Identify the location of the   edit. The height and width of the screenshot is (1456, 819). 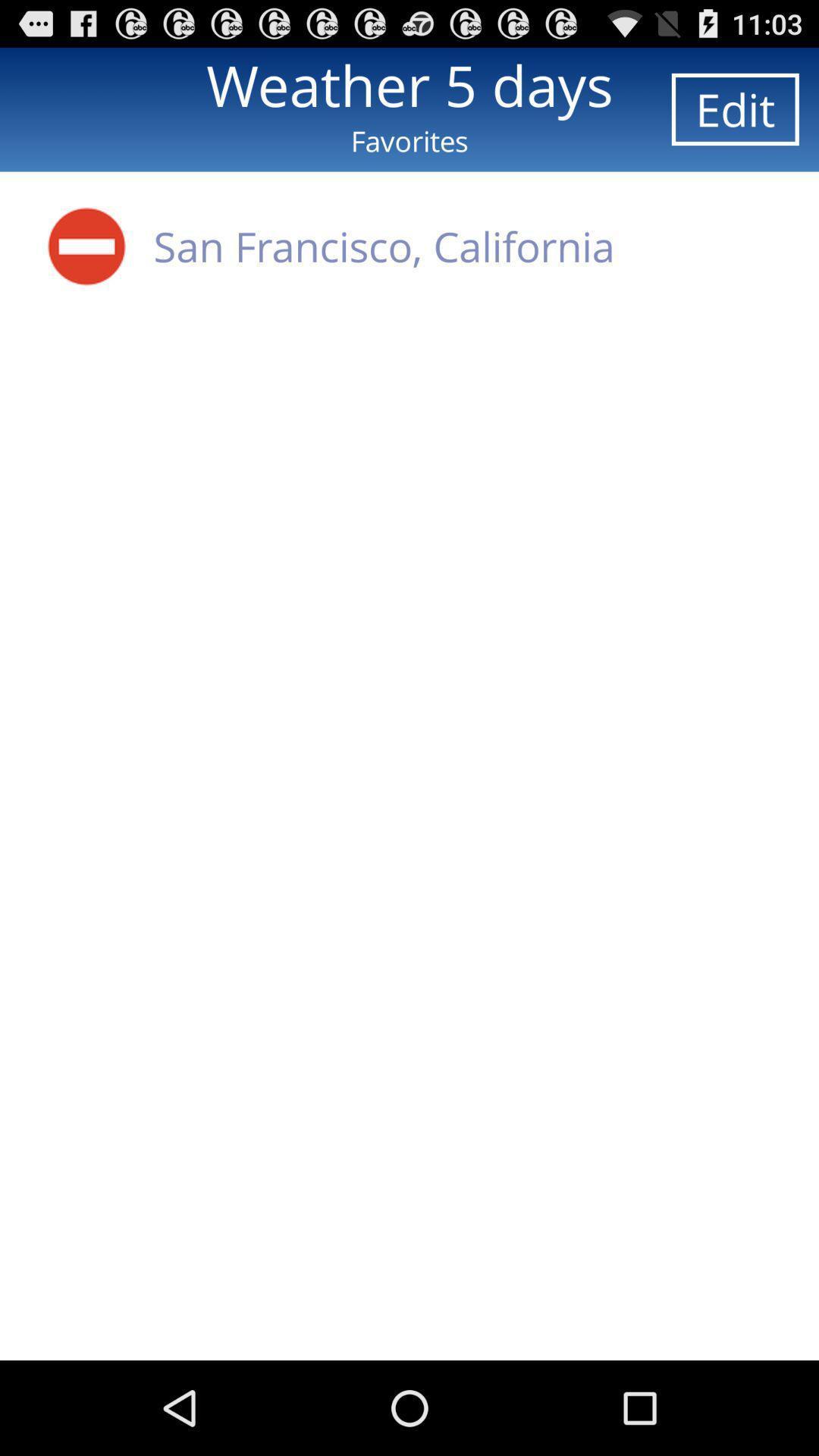
(734, 108).